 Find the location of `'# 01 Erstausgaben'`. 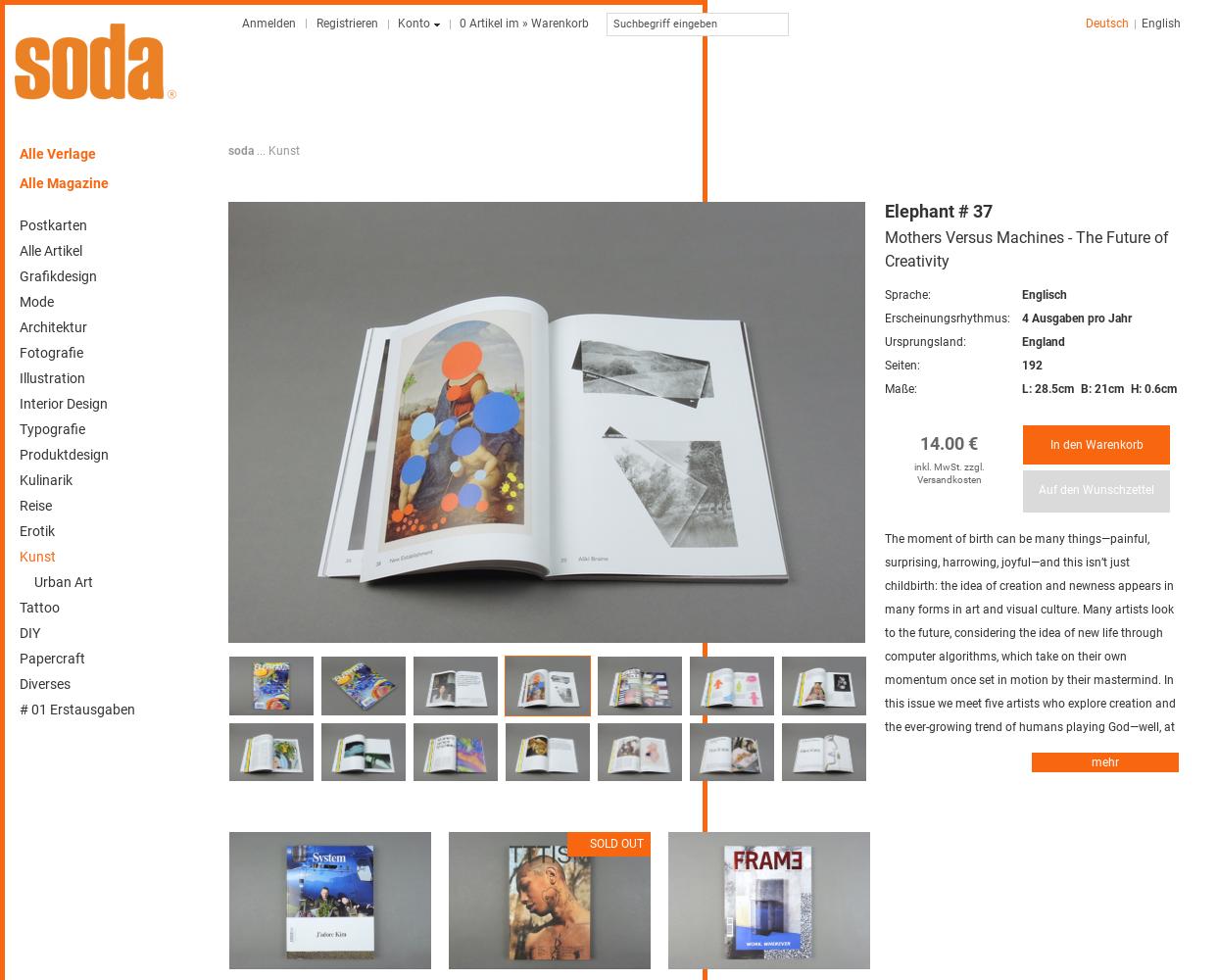

'# 01 Erstausgaben' is located at coordinates (77, 709).